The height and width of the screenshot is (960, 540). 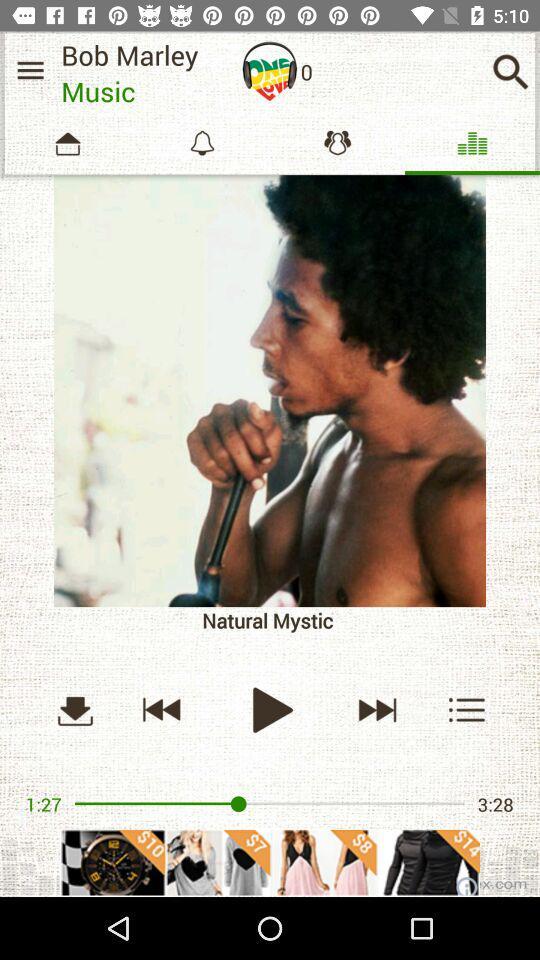 I want to click on front button, so click(x=376, y=709).